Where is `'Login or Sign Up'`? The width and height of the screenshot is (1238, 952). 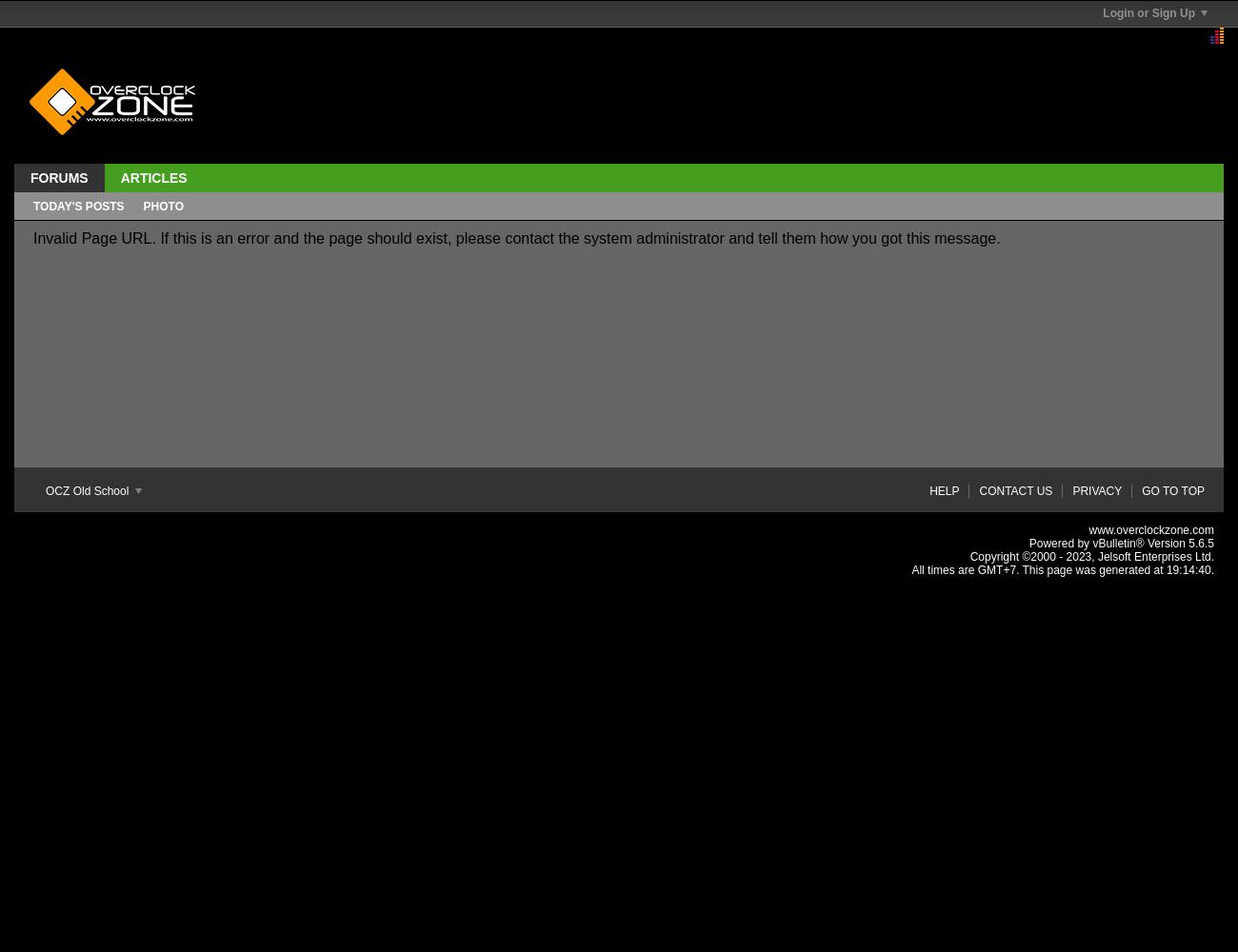 'Login or Sign Up' is located at coordinates (1148, 13).